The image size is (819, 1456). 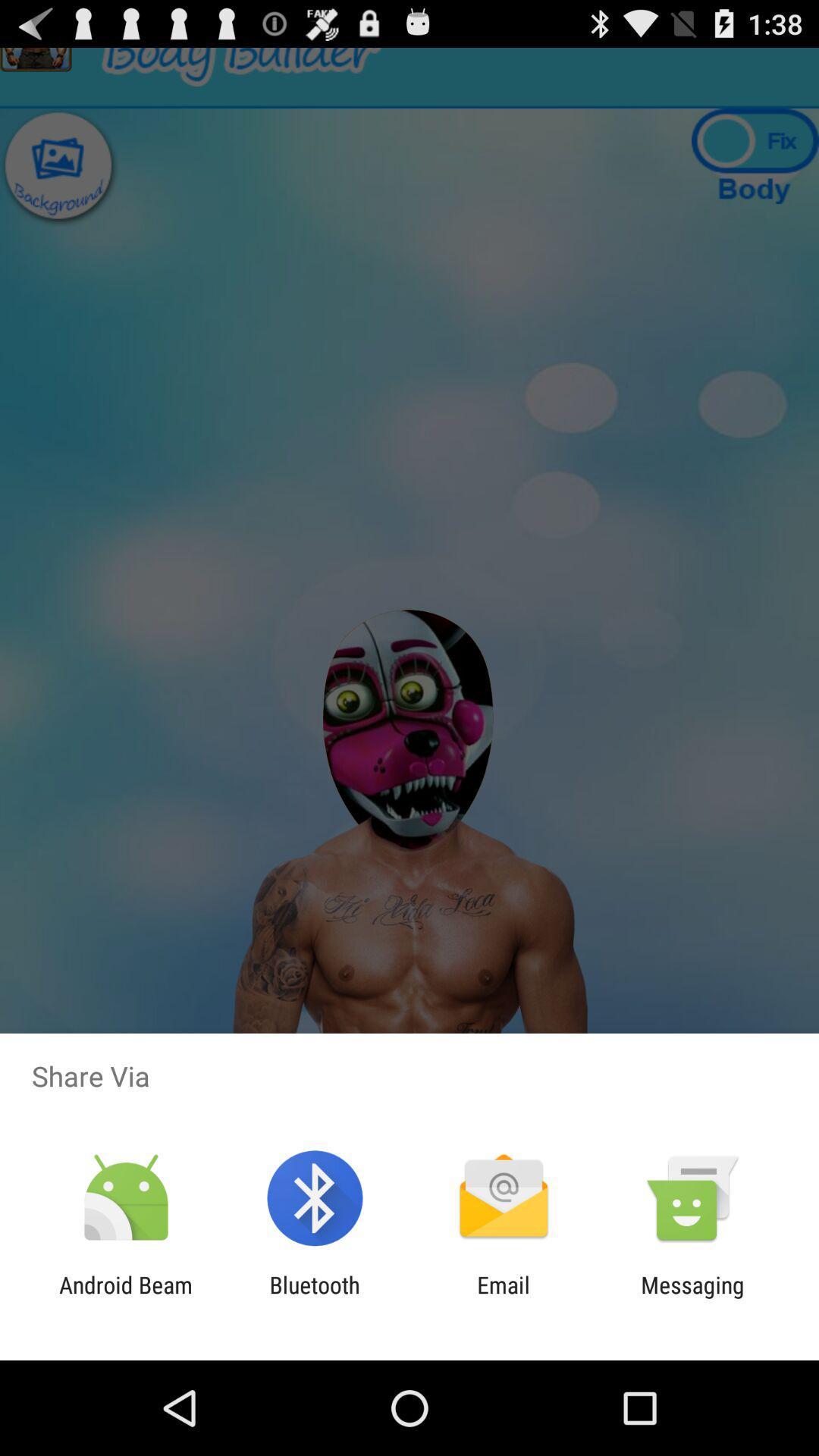 What do you see at coordinates (314, 1298) in the screenshot?
I see `the bluetooth app` at bounding box center [314, 1298].